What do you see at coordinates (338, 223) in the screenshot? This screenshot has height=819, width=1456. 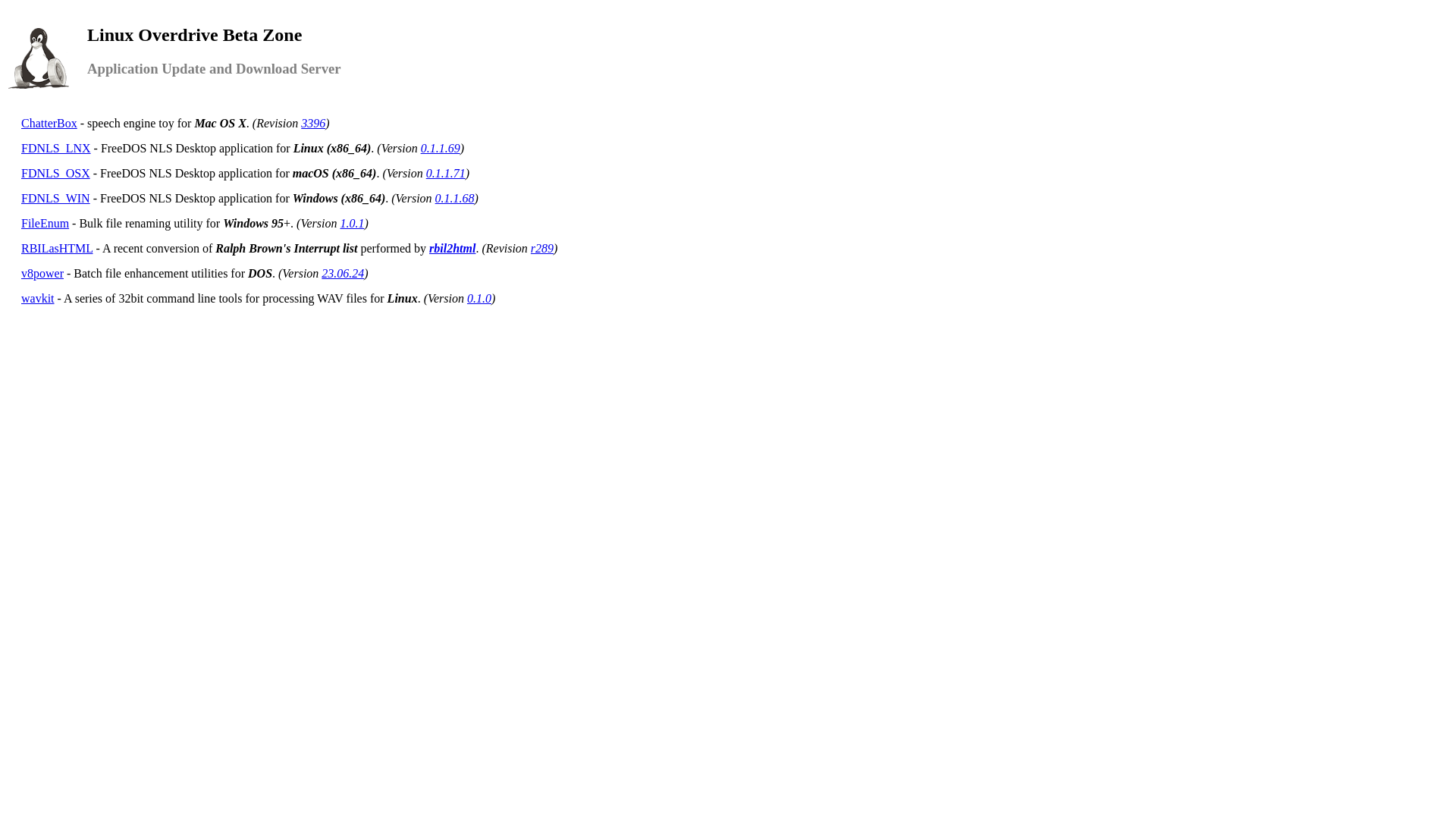 I see `'1.0.1'` at bounding box center [338, 223].